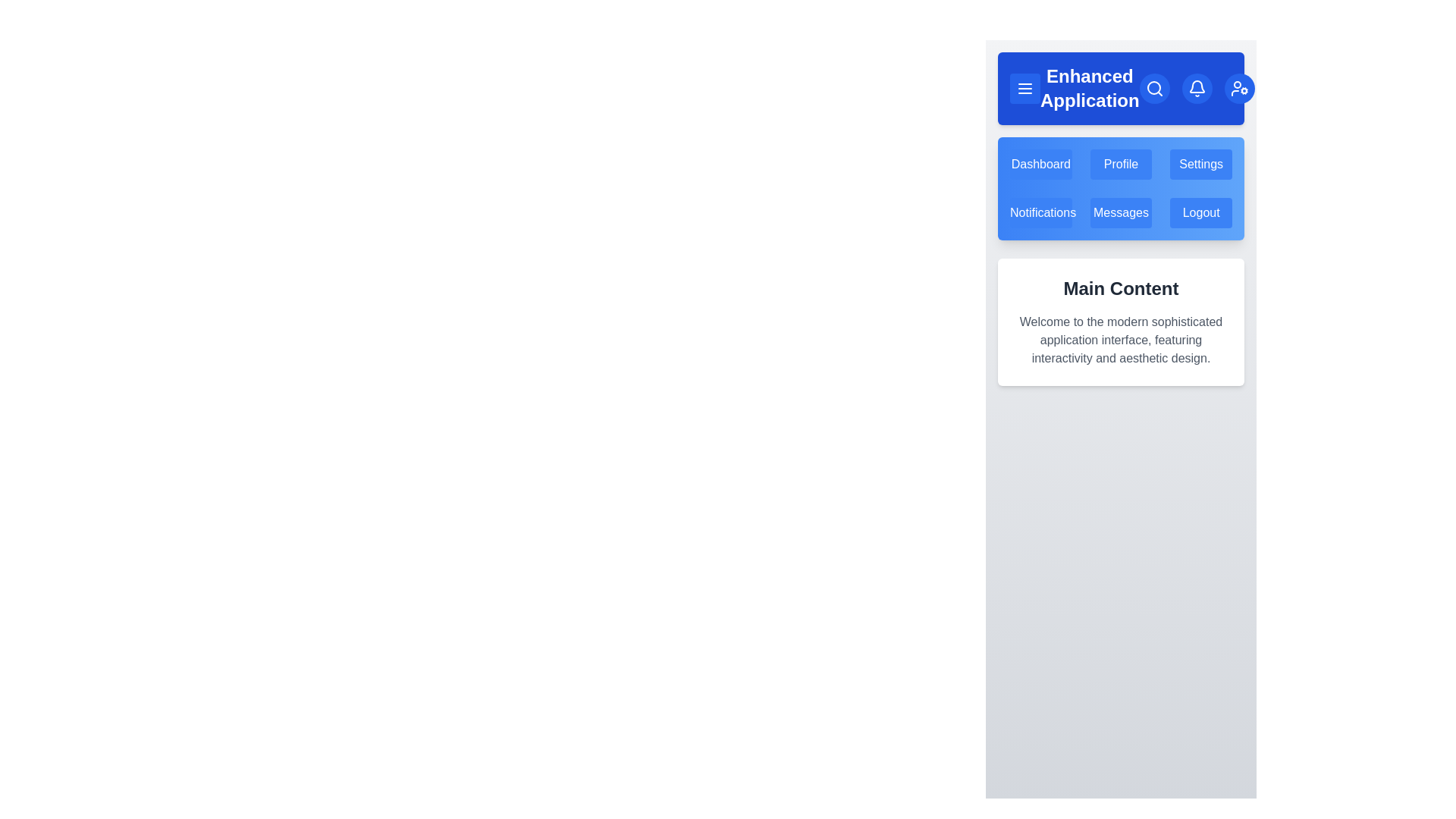 The height and width of the screenshot is (819, 1456). Describe the element at coordinates (1040, 213) in the screenshot. I see `the menu item Notifications` at that location.